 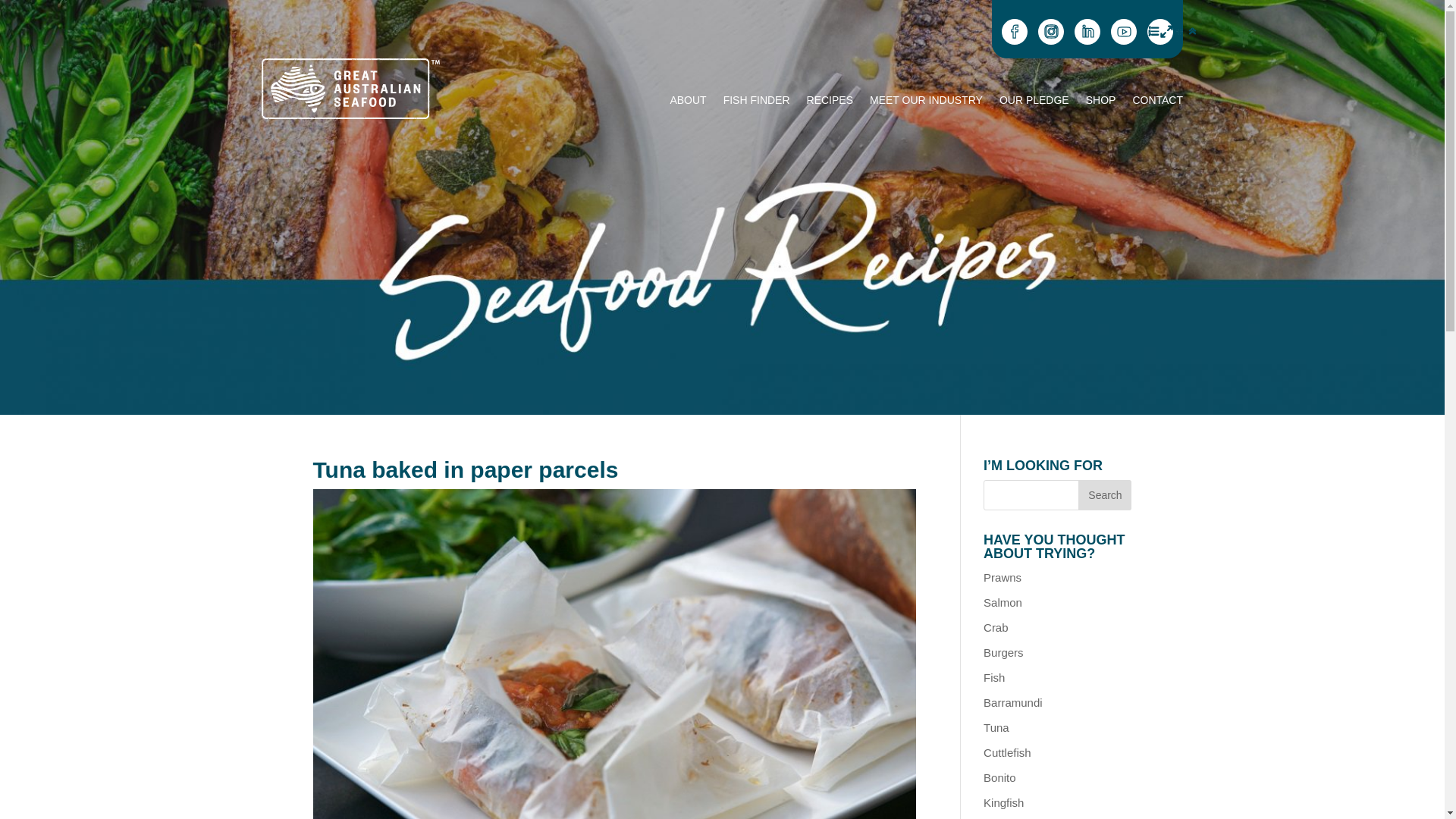 I want to click on 'Email Us', so click(x=1159, y=32).